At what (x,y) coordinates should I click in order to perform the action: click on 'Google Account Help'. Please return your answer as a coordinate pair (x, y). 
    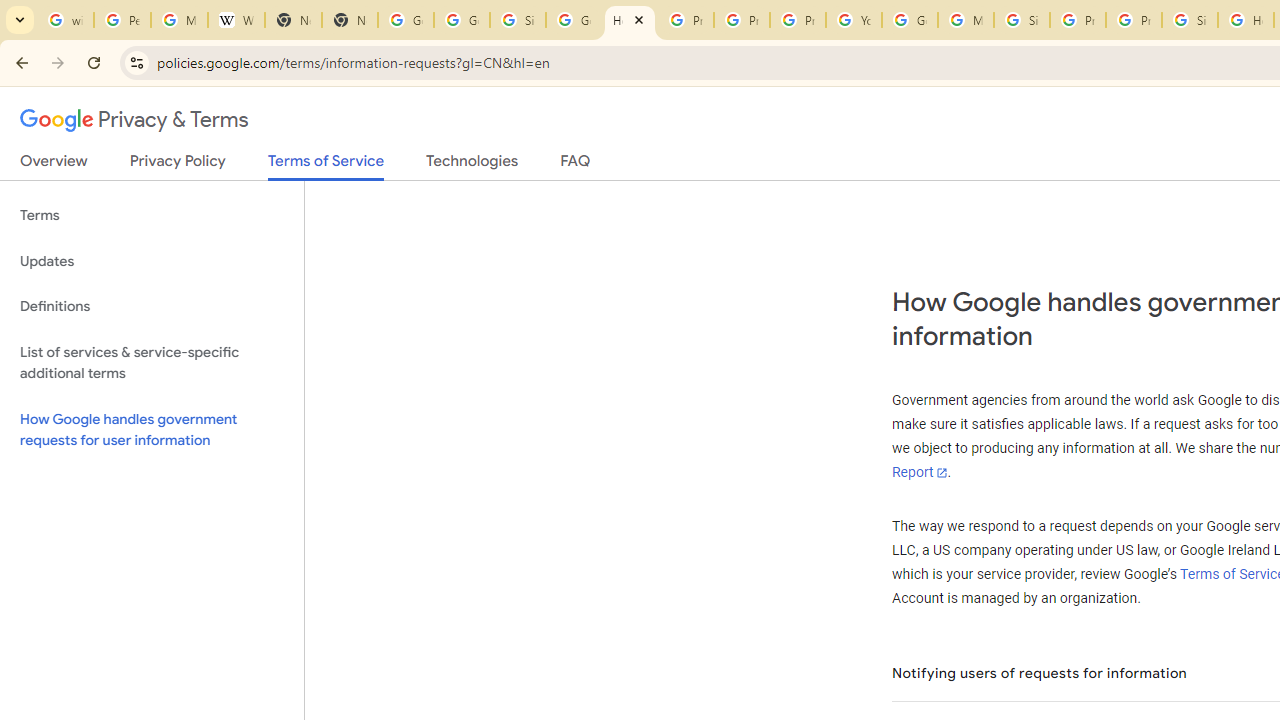
    Looking at the image, I should click on (909, 20).